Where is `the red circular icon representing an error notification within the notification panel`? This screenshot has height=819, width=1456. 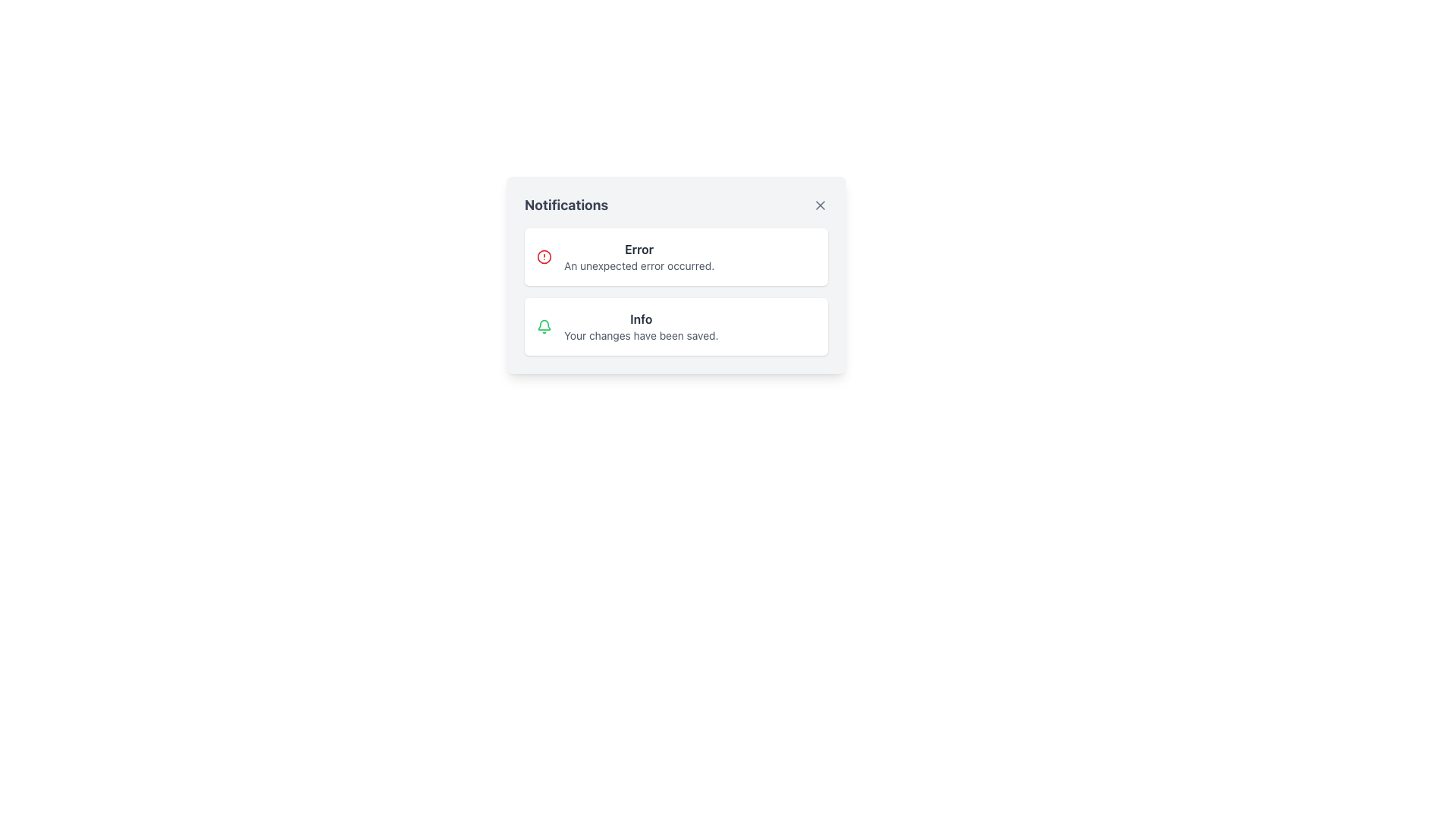
the red circular icon representing an error notification within the notification panel is located at coordinates (544, 256).